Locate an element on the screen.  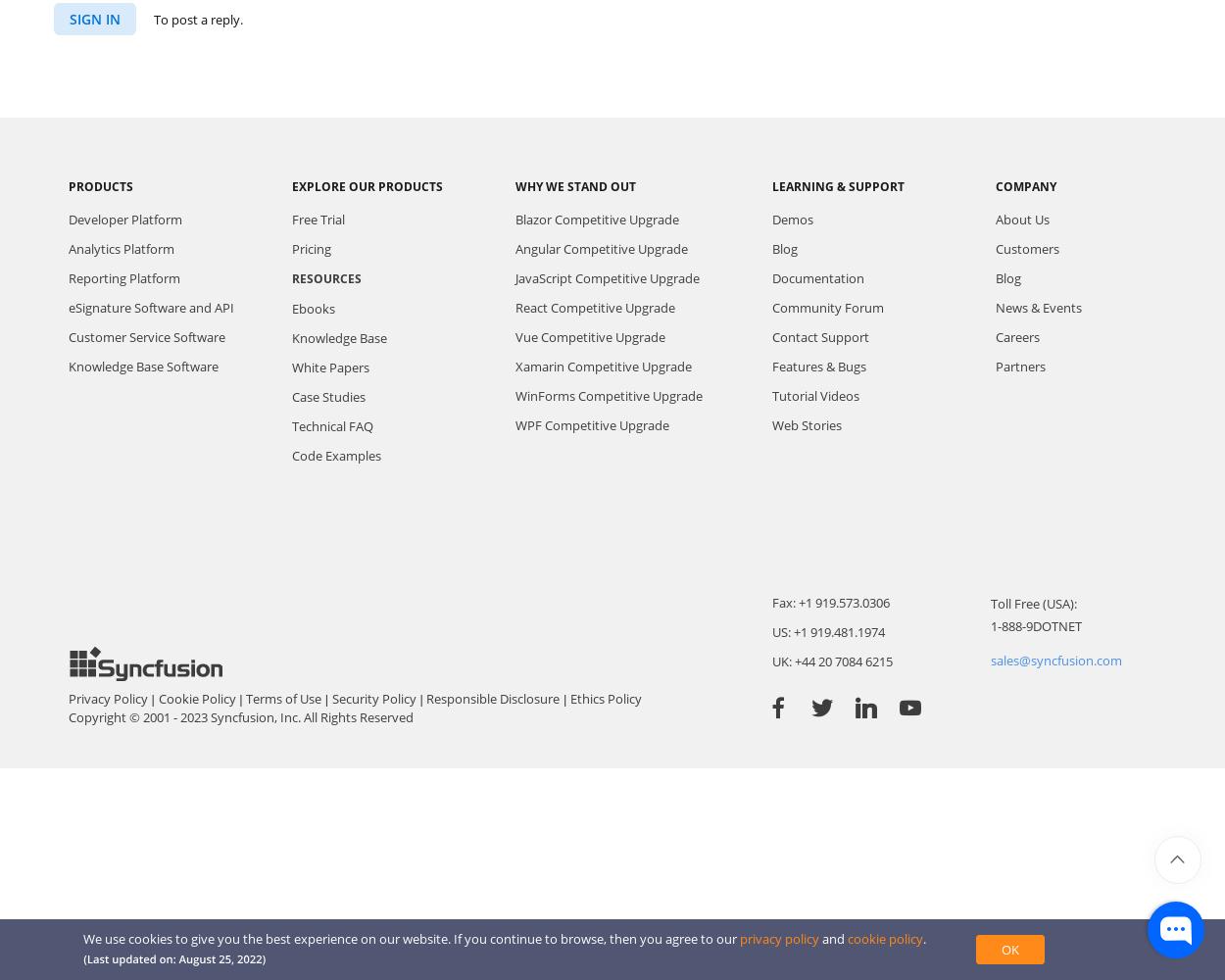
'1-888-9DOTNET' is located at coordinates (1035, 626).